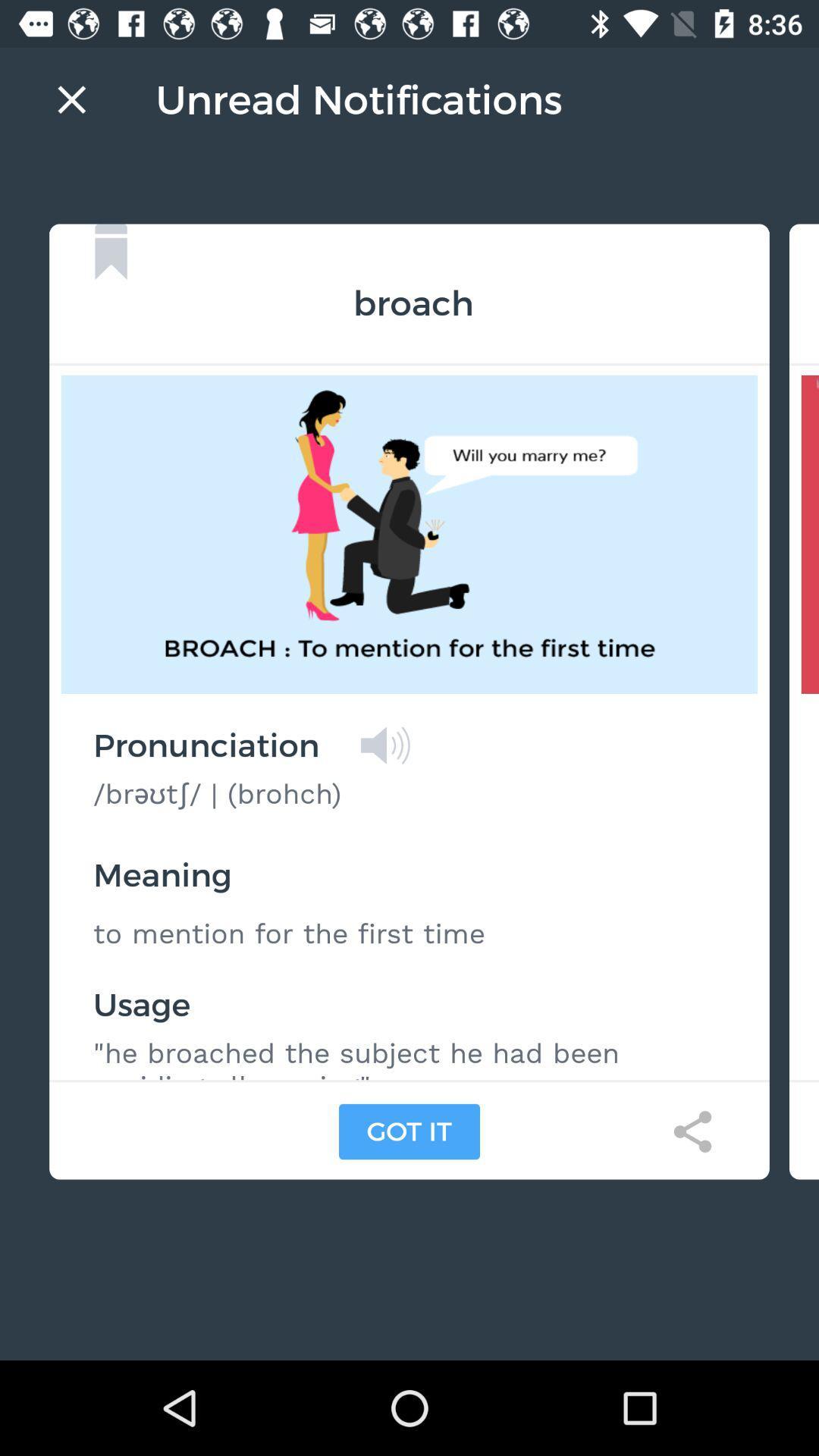 This screenshot has height=1456, width=819. I want to click on the volume icon, so click(384, 745).